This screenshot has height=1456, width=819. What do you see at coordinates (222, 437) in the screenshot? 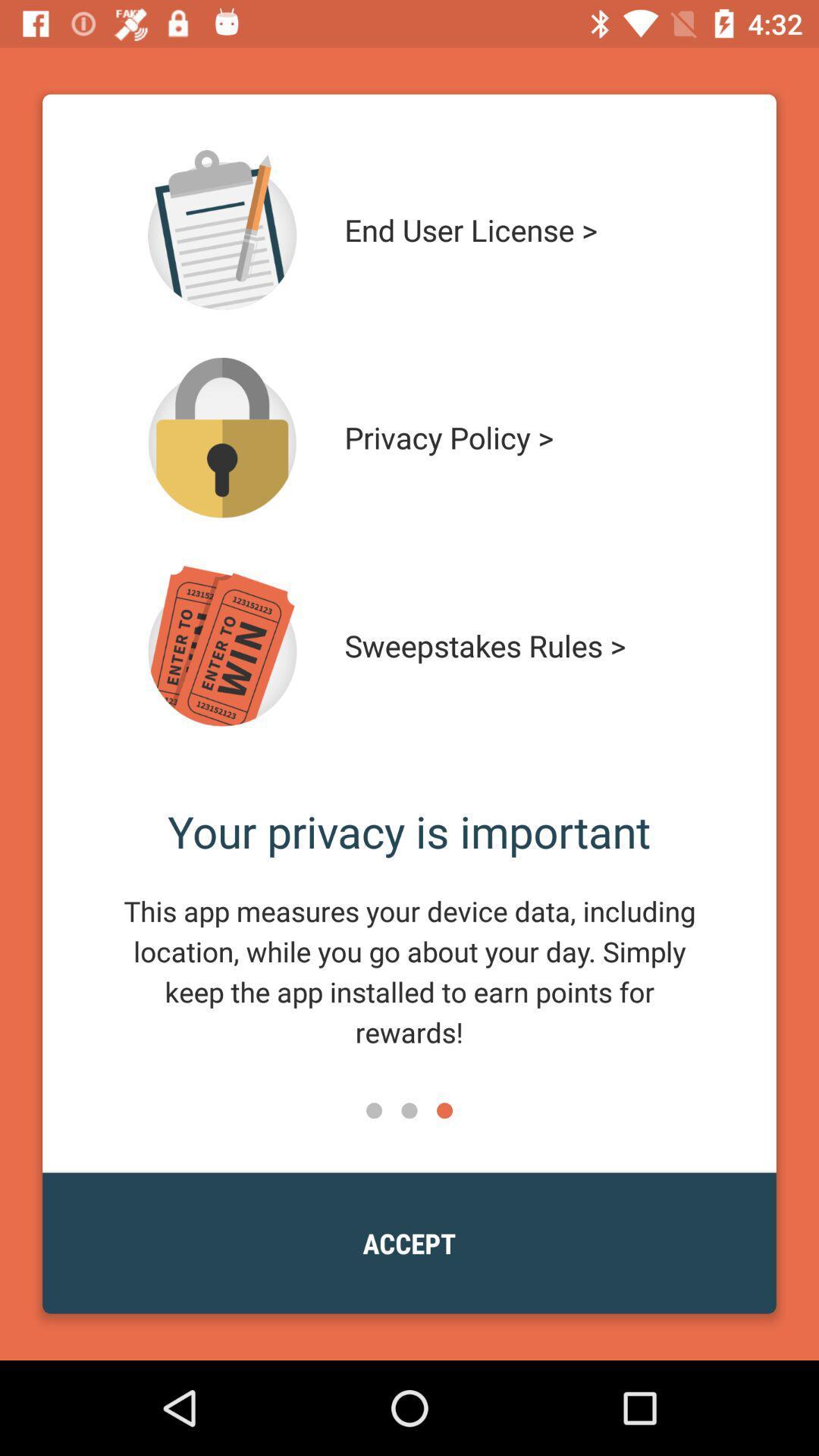
I see `open privacy policy` at bounding box center [222, 437].